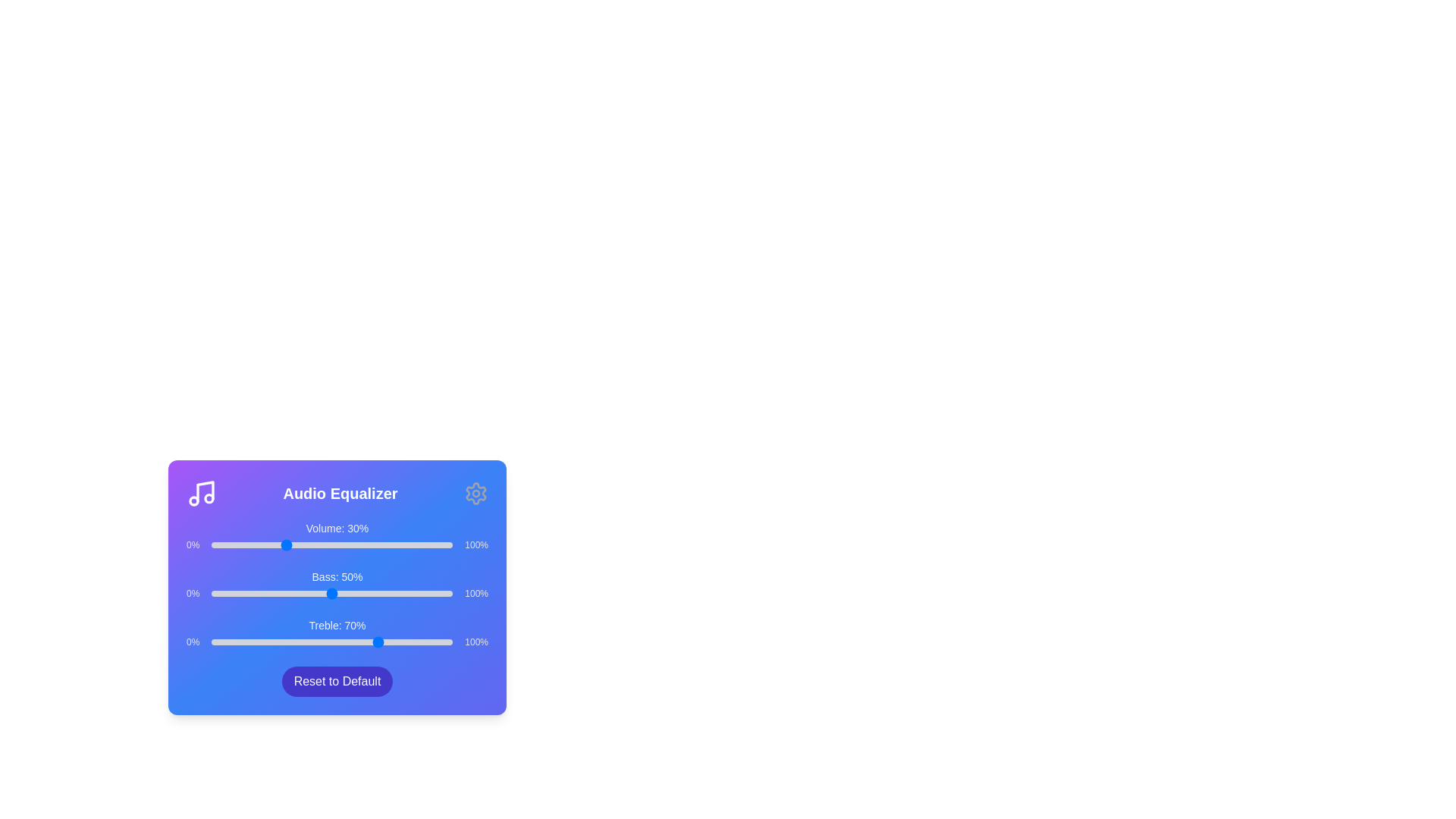  What do you see at coordinates (475, 494) in the screenshot?
I see `the settings icon in the AudioEqualizerPanel` at bounding box center [475, 494].